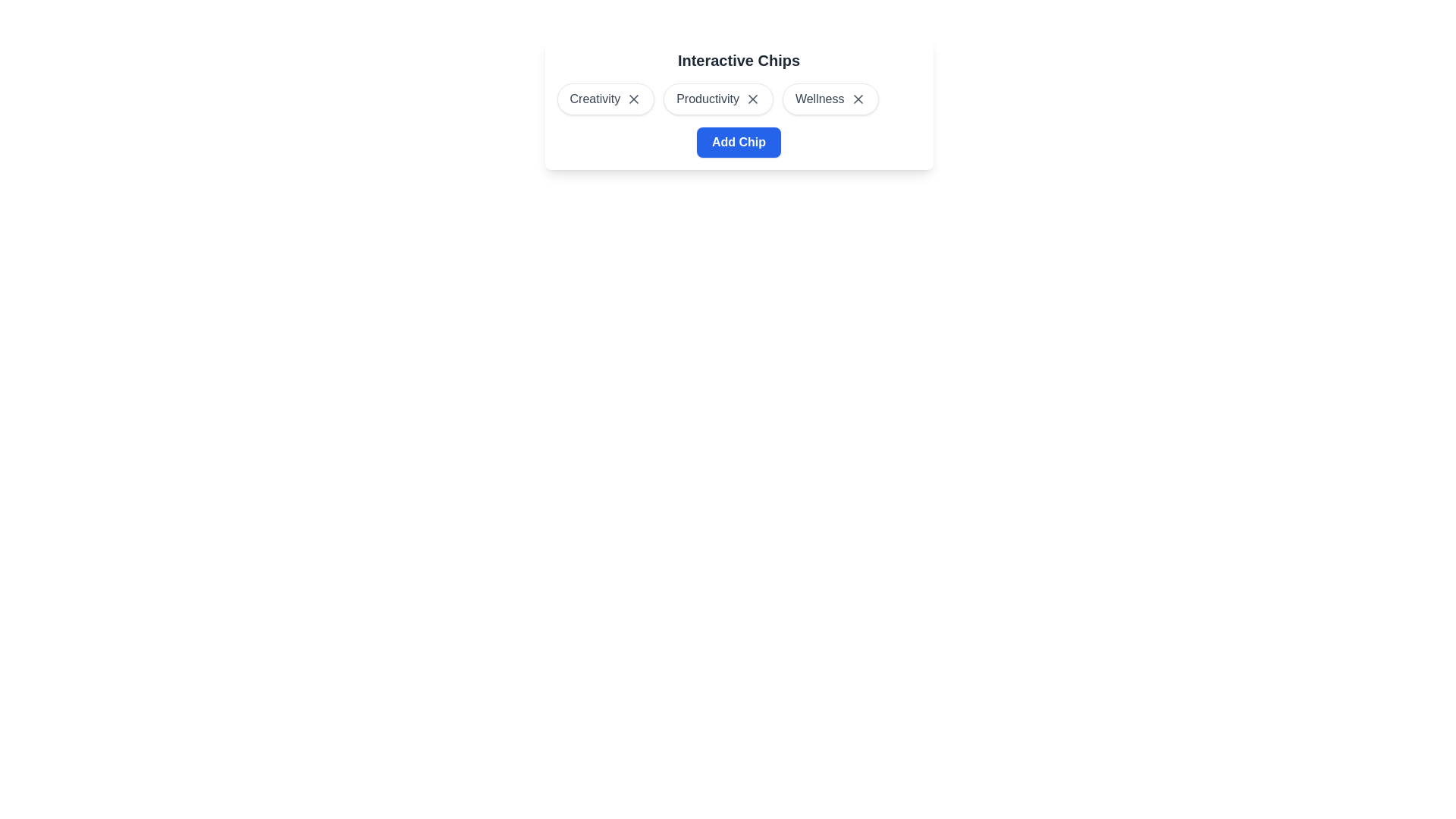 This screenshot has height=819, width=1456. I want to click on the button, so click(752, 99).